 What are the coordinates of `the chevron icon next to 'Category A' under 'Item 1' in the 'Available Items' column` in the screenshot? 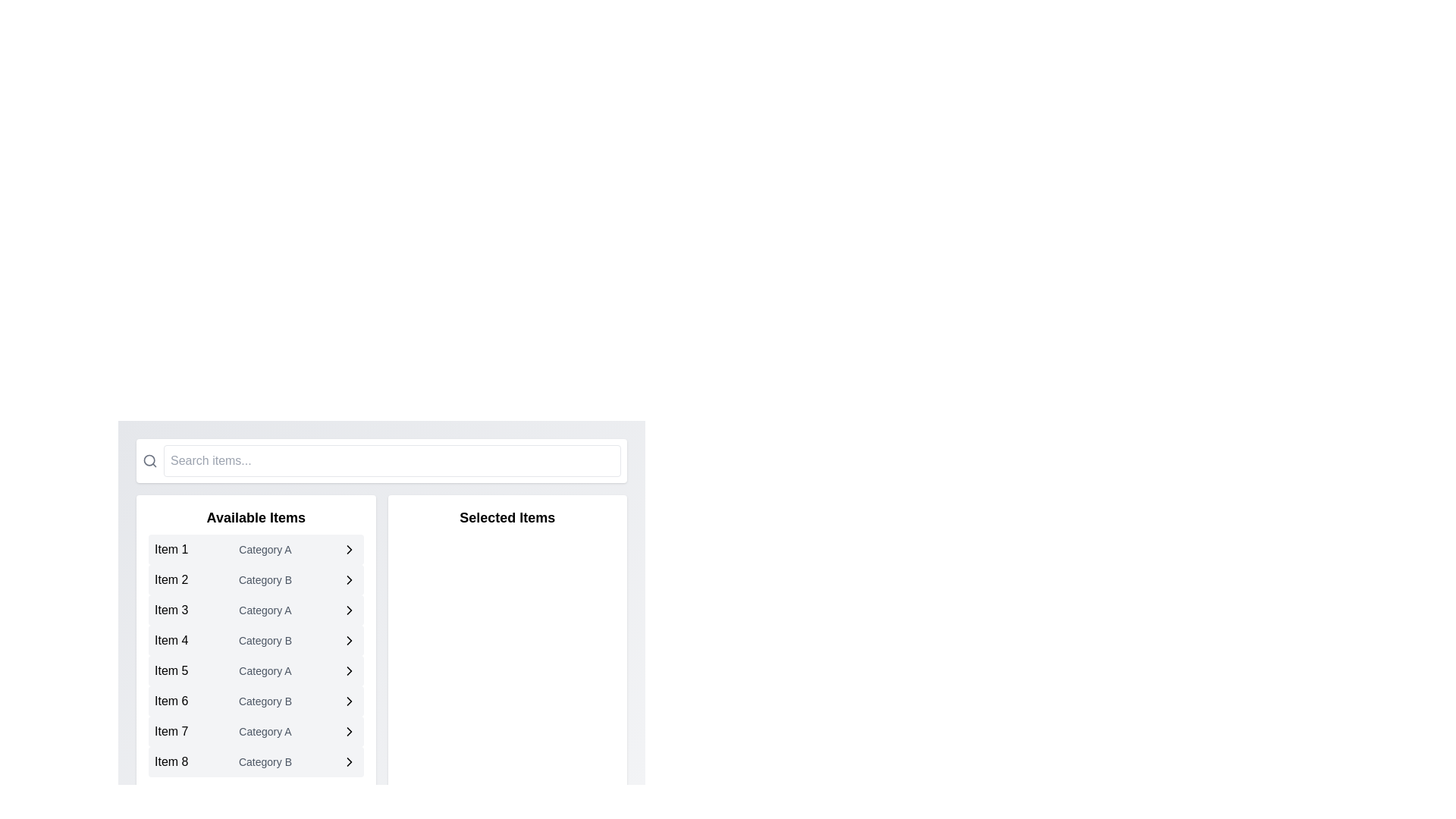 It's located at (349, 550).